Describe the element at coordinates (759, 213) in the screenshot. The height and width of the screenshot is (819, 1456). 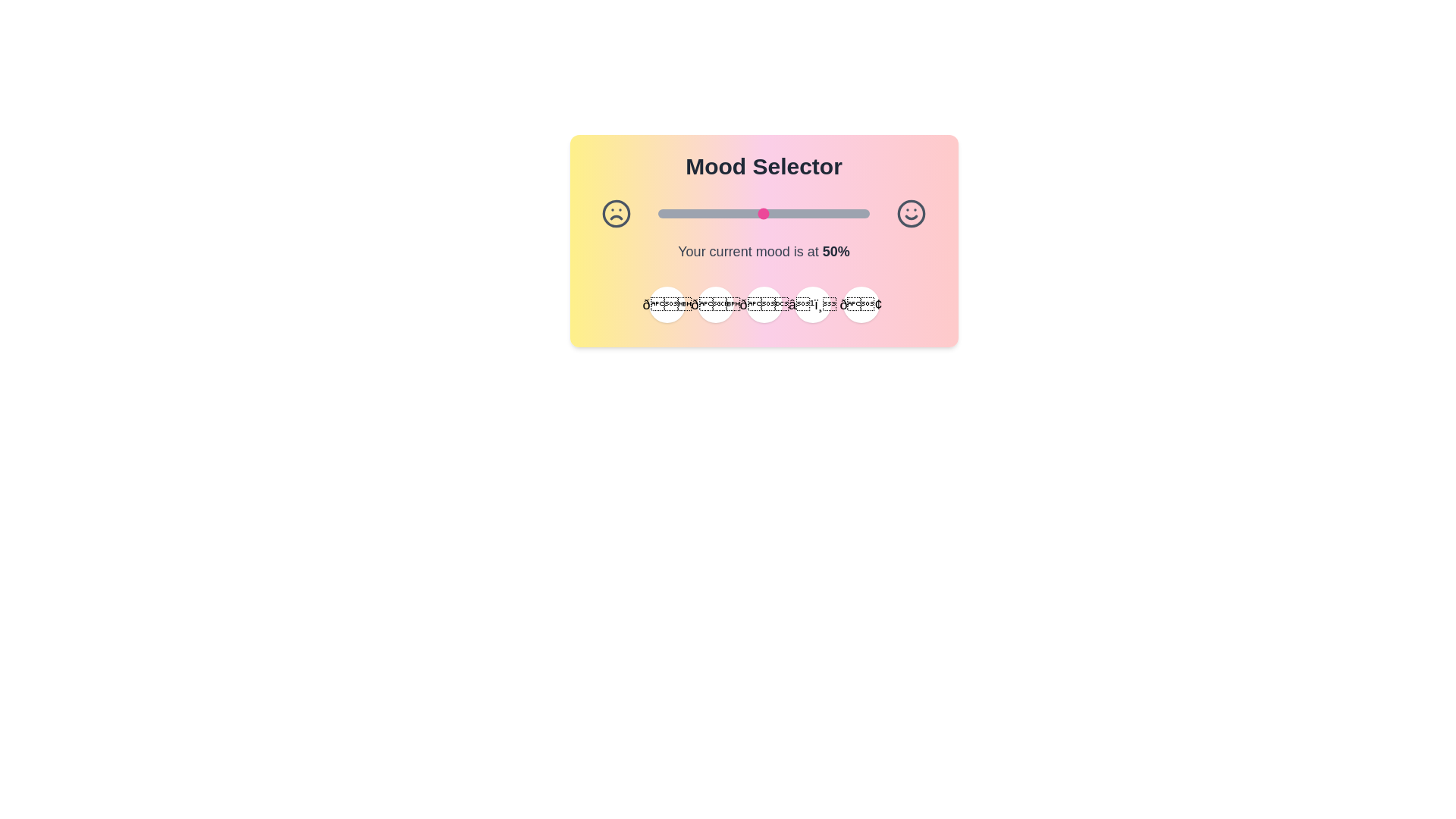
I see `the mood slider to 48%` at that location.